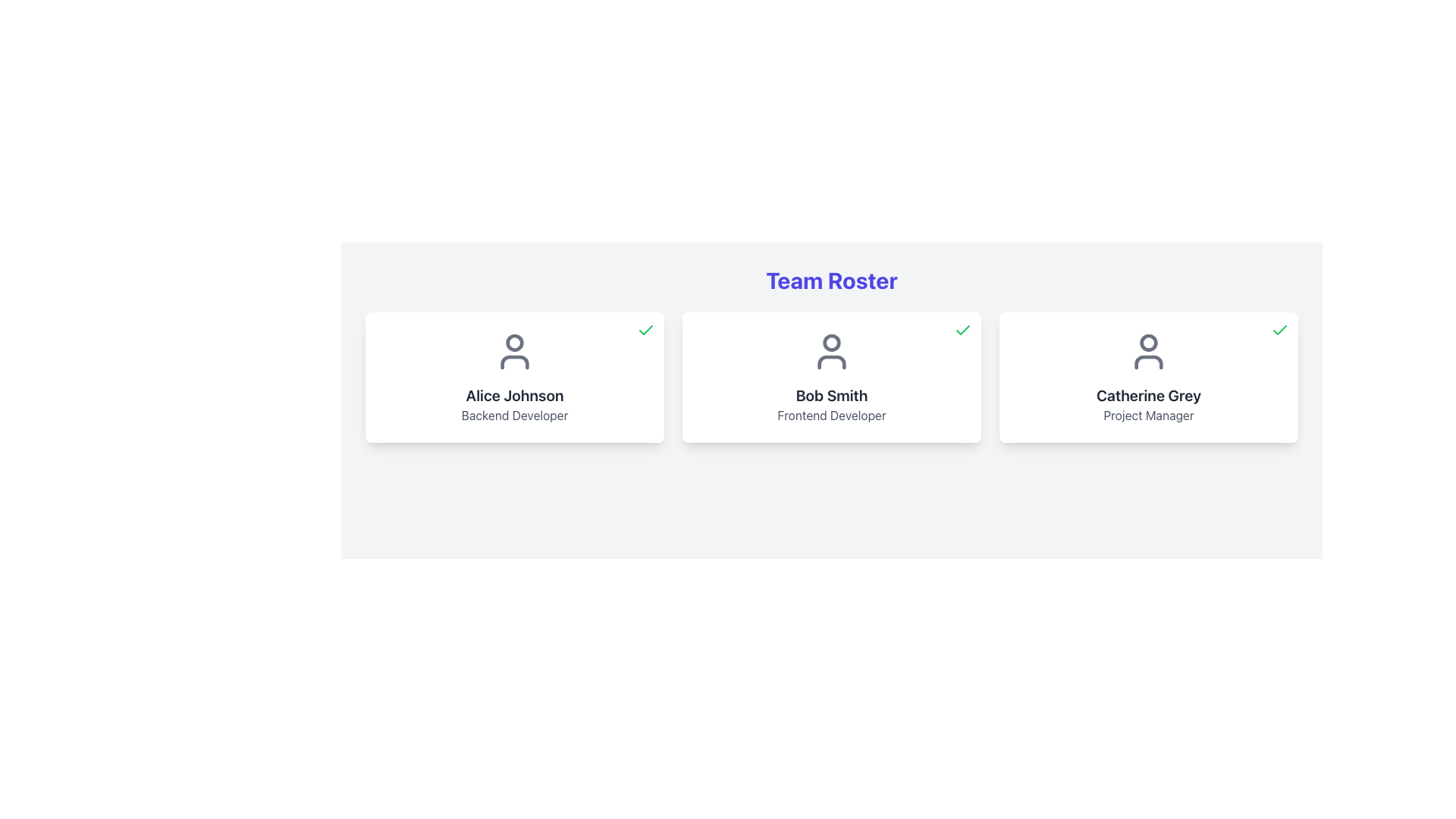 The image size is (1456, 819). I want to click on the small green checkmark icon located in the top-right corner of the card labeled 'Alice Johnson' with the subtitle 'Backend Developer', so click(645, 329).